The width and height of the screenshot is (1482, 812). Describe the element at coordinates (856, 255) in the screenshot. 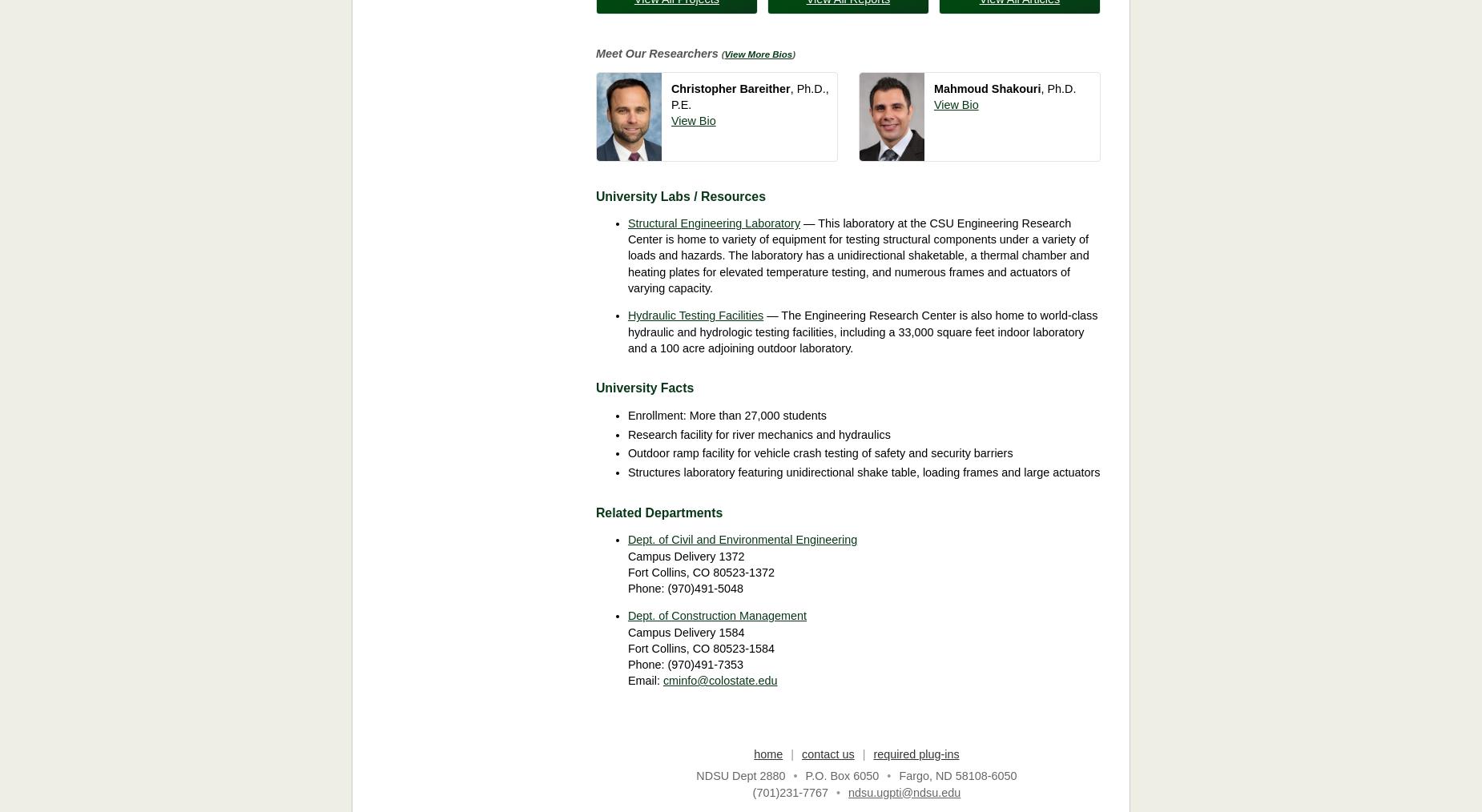

I see `'— This laboratory at the CSU Engineering Research Center is home to variety of equipment for testing  structural components under a variety of loads and hazards. The laboratory has a unidirectional shaketable, a thermal chamber and heating plates for elevated temperature testing, and numerous frames and actuators of varying capacity.'` at that location.